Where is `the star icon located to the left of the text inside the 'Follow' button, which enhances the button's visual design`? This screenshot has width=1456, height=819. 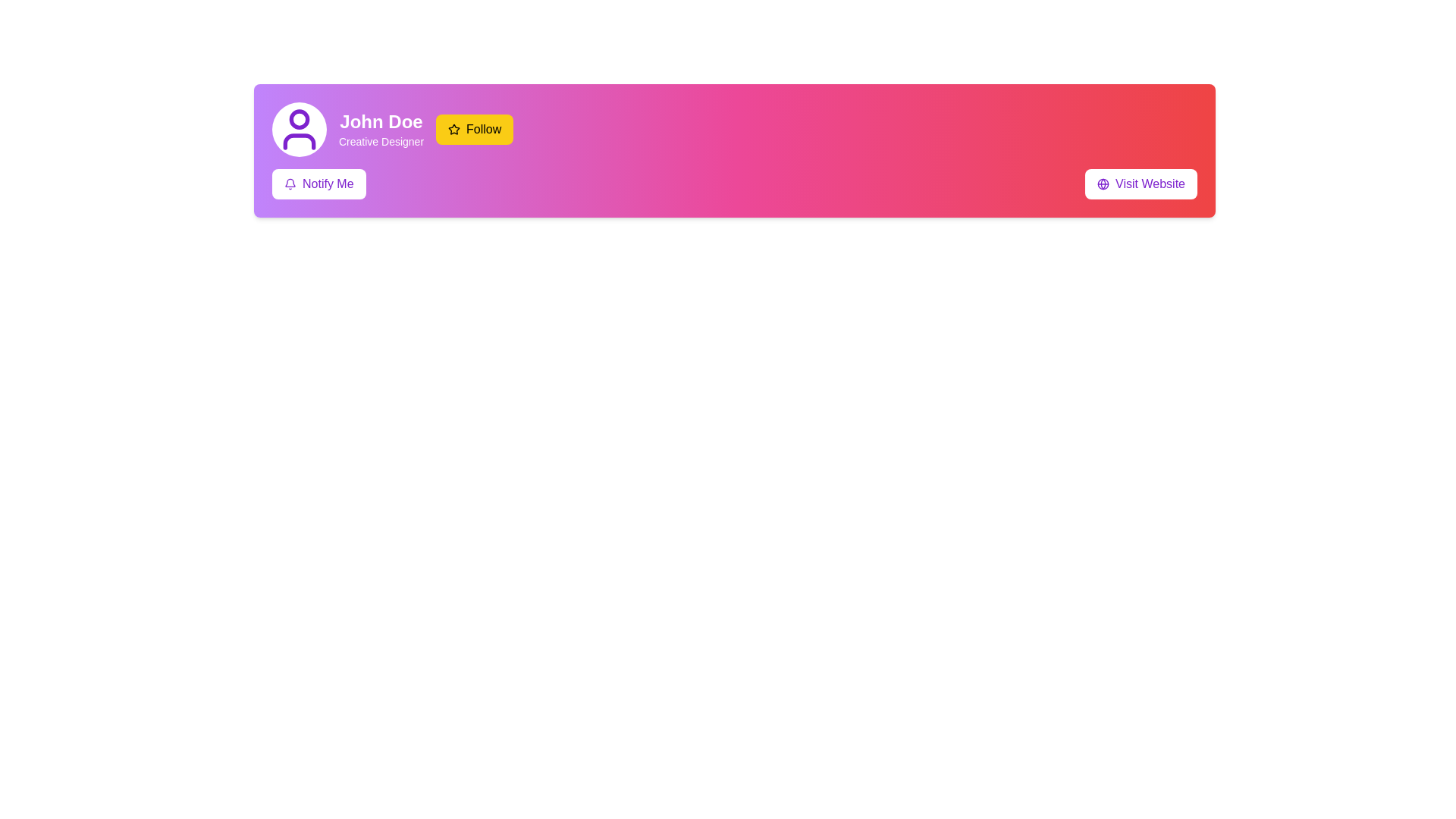 the star icon located to the left of the text inside the 'Follow' button, which enhances the button's visual design is located at coordinates (453, 128).